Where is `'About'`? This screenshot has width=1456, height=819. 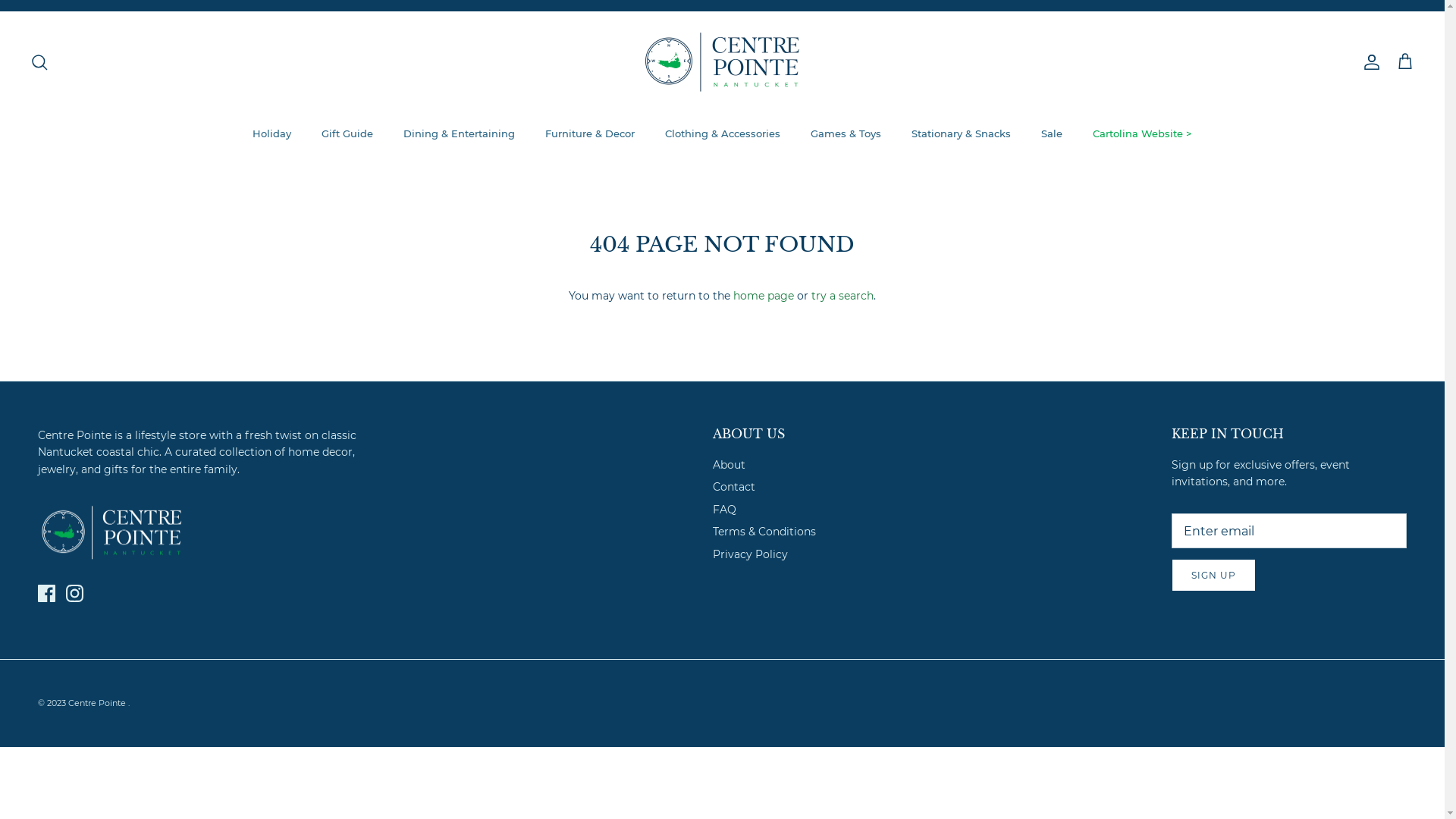 'About' is located at coordinates (729, 464).